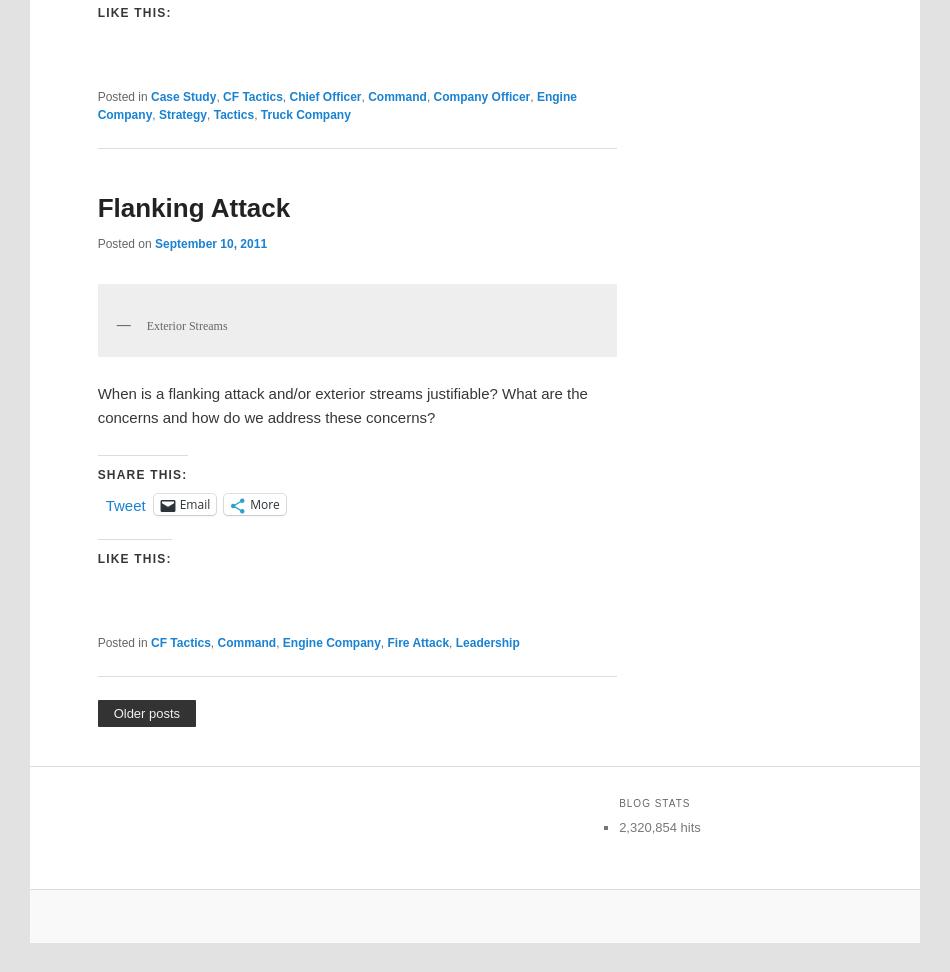 This screenshot has width=950, height=972. What do you see at coordinates (210, 243) in the screenshot?
I see `'September 10, 2011'` at bounding box center [210, 243].